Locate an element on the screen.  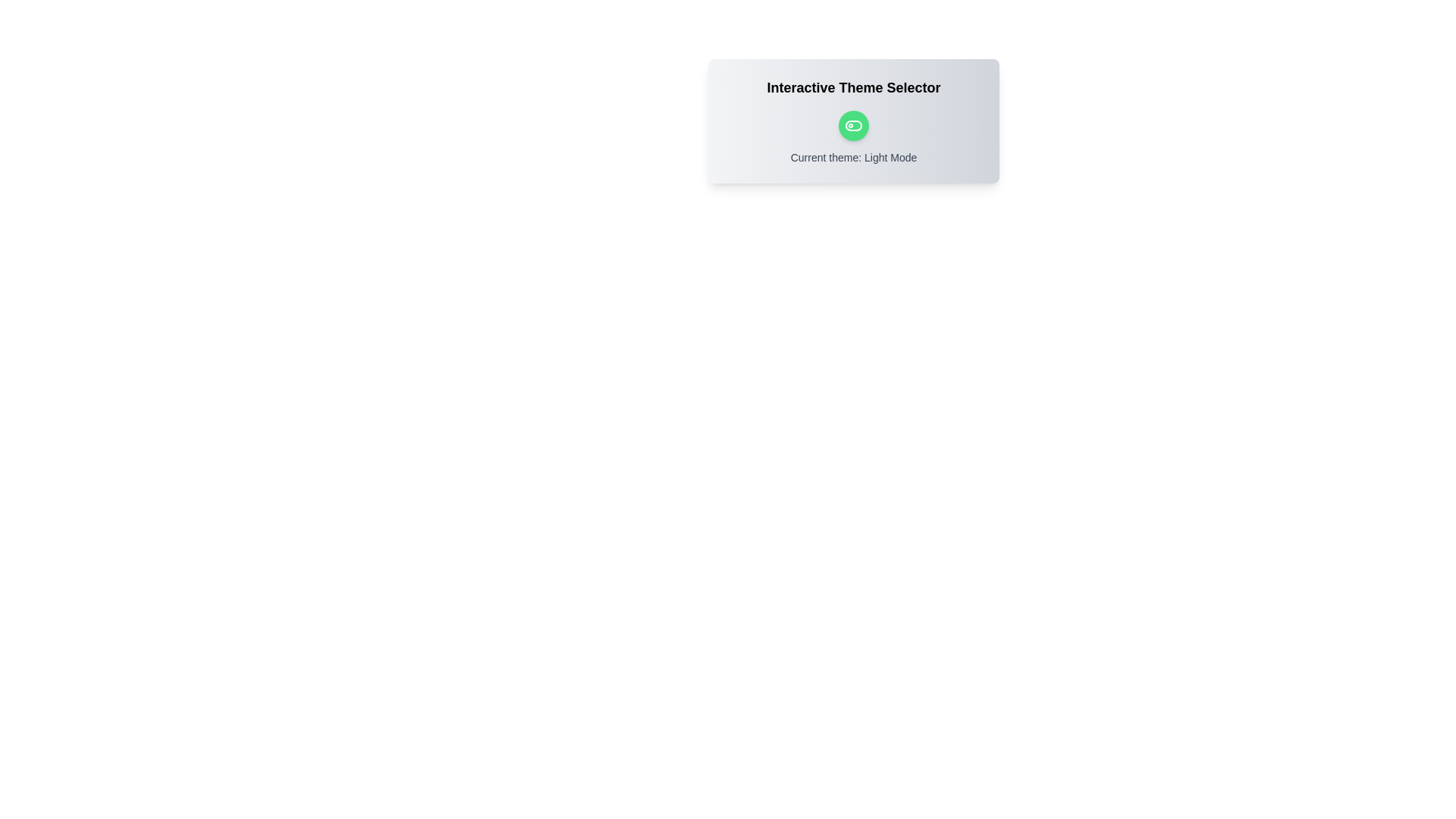
the toggle-like button with a green background, styled as a rounded circle, located below the heading 'Interactive Theme Selector' is located at coordinates (854, 124).